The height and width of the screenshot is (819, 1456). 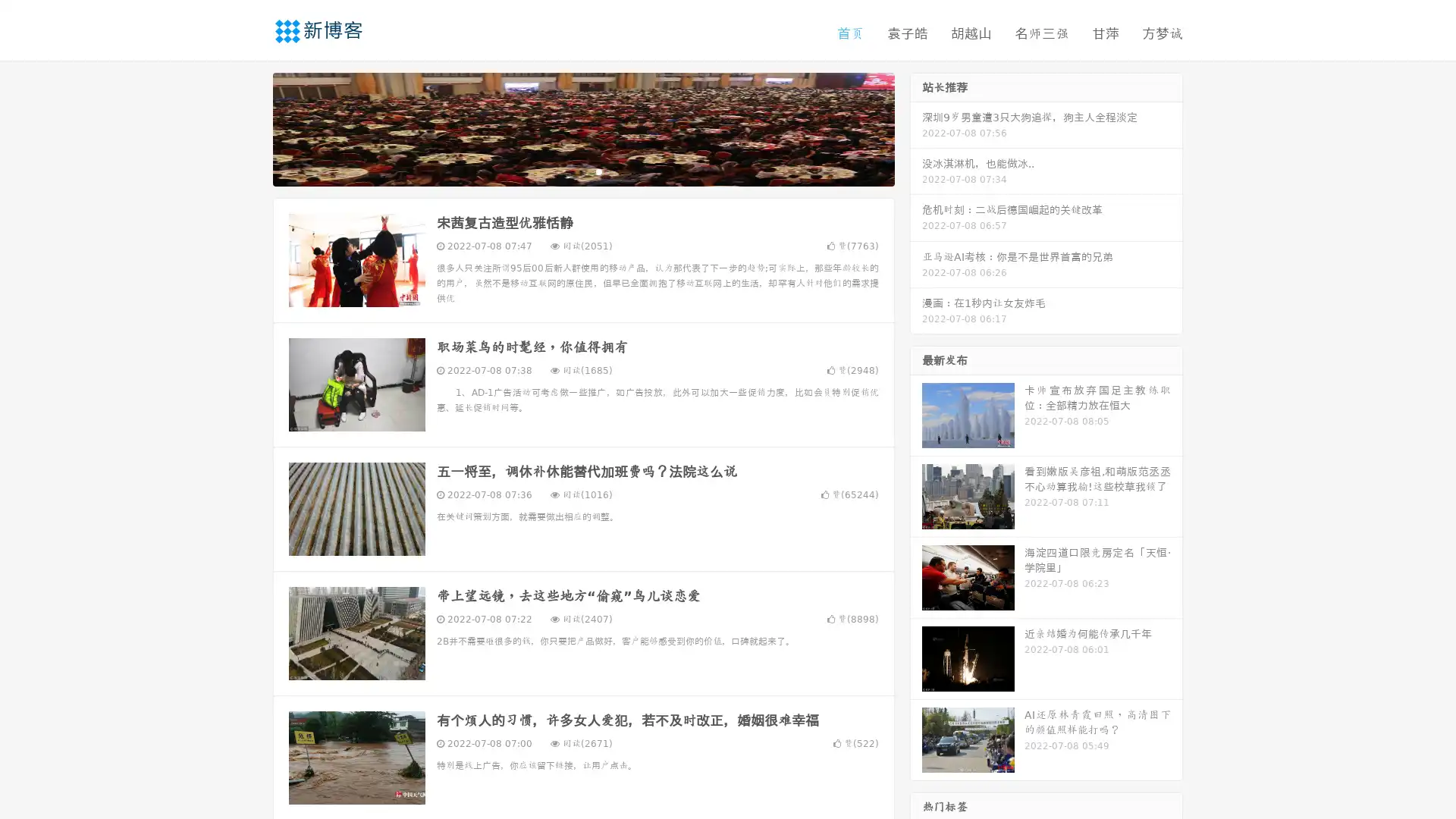 I want to click on Go to slide 3, so click(x=598, y=171).